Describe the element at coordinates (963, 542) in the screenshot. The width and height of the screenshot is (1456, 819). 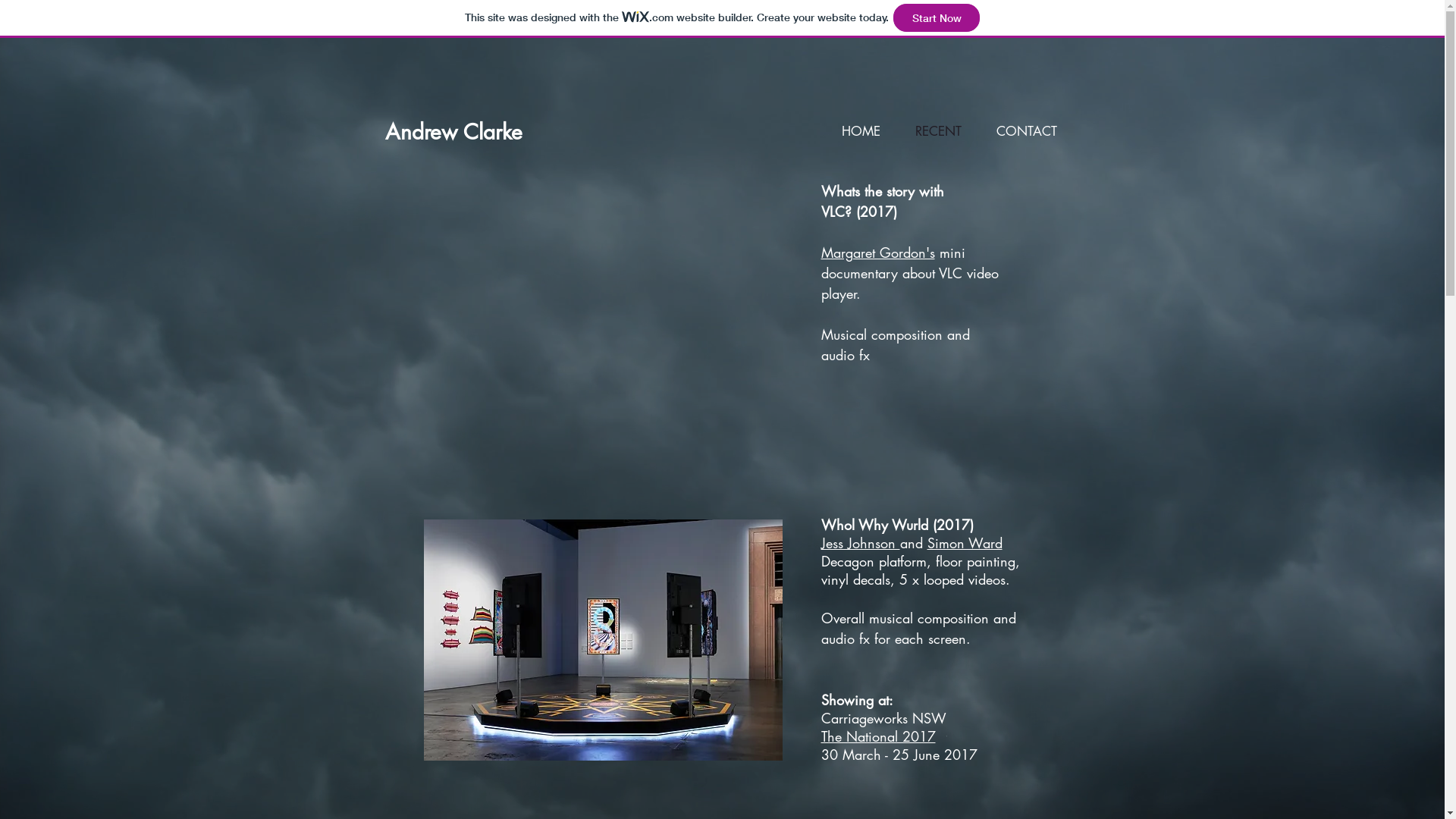
I see `'Simon Ward'` at that location.